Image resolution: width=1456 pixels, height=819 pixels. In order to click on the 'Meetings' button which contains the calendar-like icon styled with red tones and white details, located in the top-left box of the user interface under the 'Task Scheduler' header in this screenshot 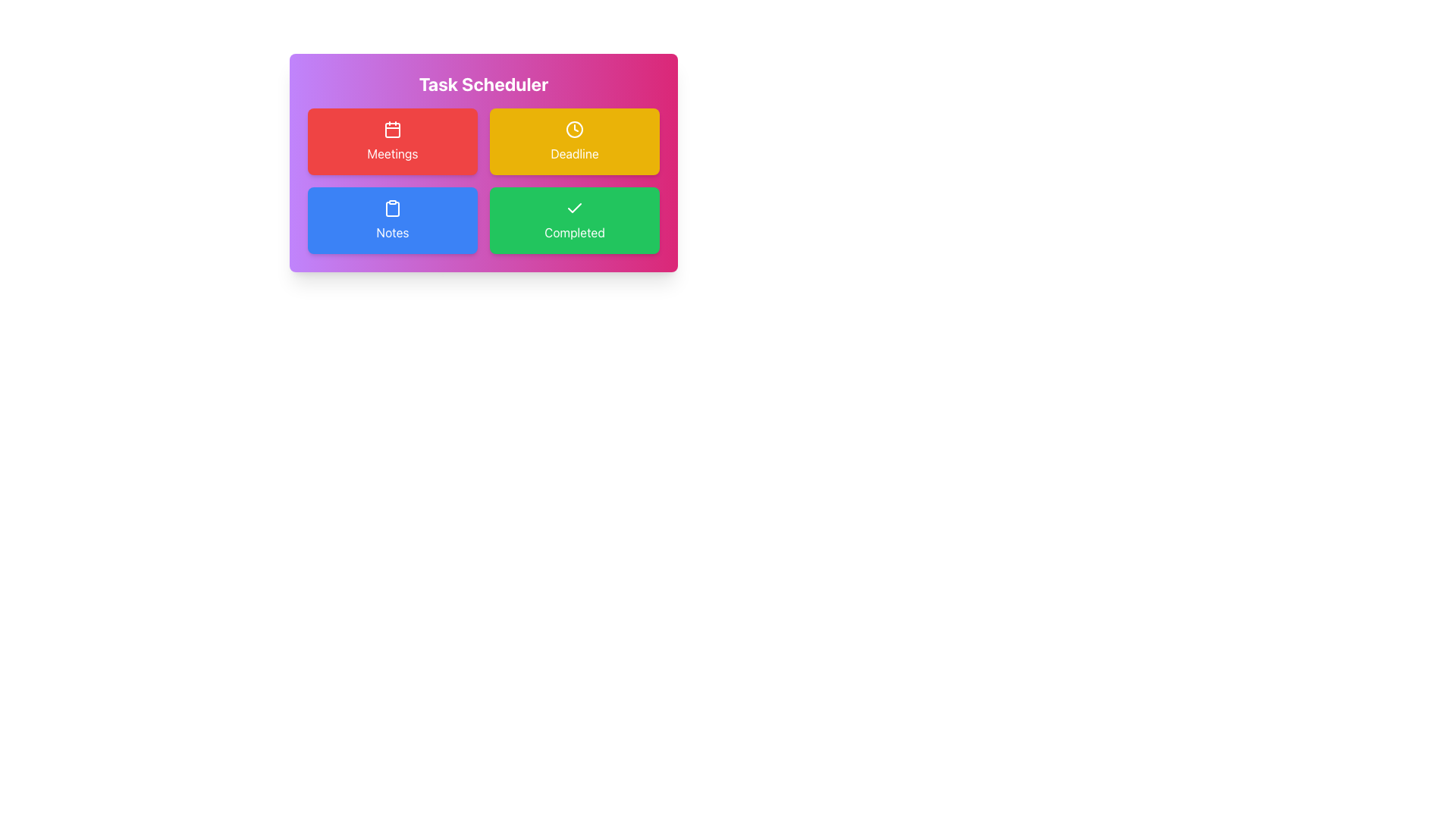, I will do `click(393, 128)`.